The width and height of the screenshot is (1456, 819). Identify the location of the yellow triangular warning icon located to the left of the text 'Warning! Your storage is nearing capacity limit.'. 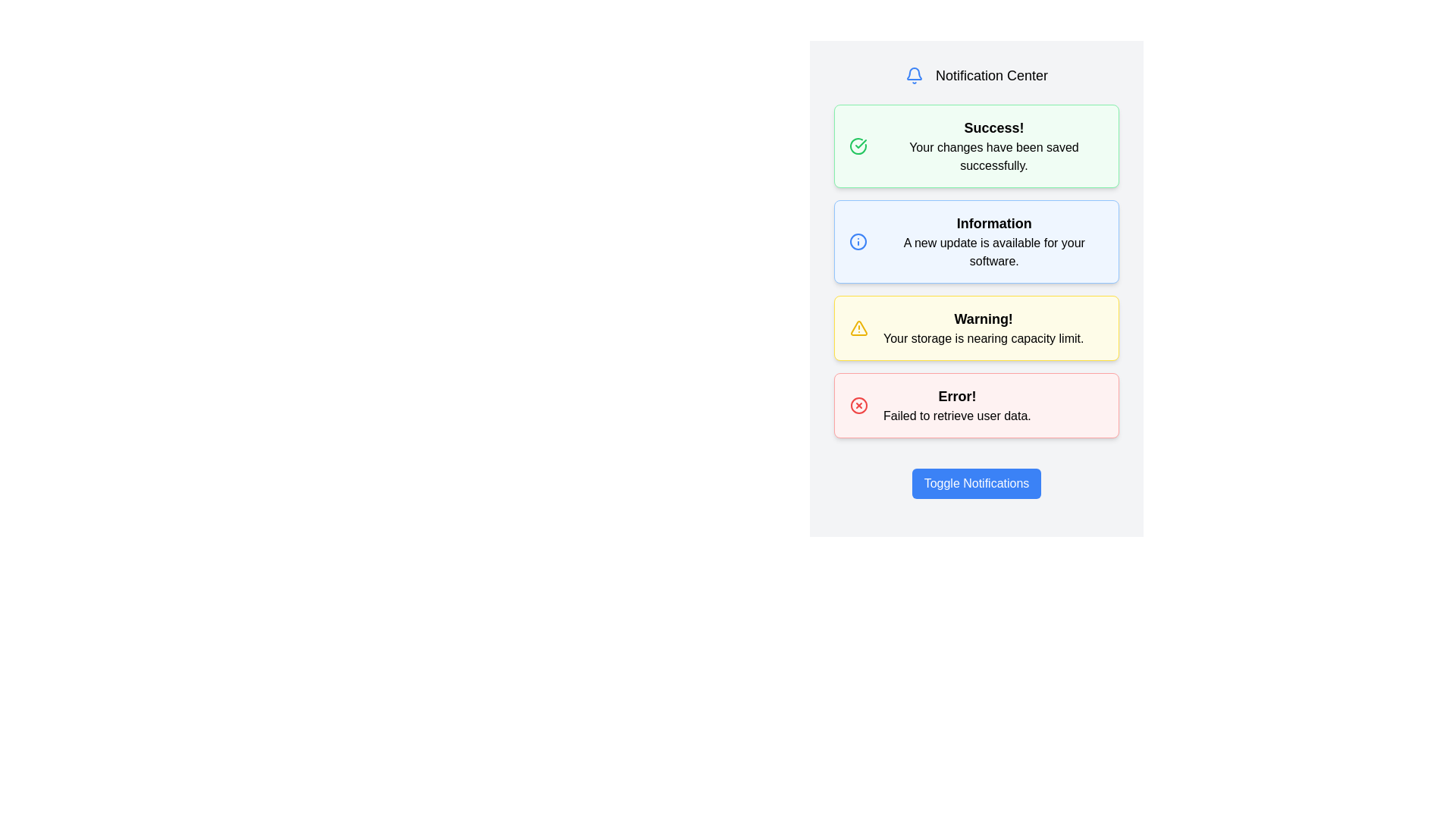
(858, 327).